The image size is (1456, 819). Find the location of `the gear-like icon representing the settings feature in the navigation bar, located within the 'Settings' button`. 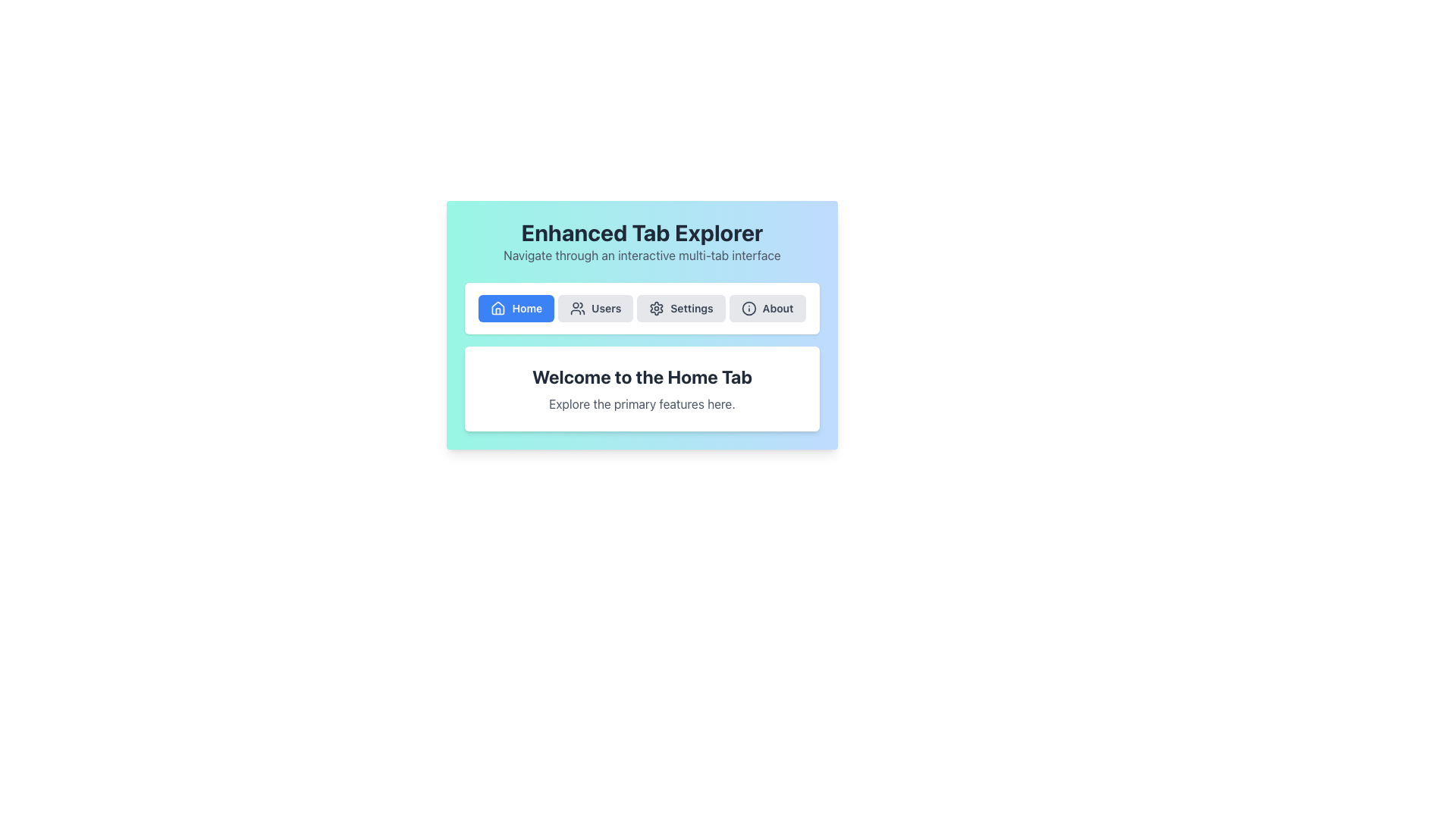

the gear-like icon representing the settings feature in the navigation bar, located within the 'Settings' button is located at coordinates (657, 308).